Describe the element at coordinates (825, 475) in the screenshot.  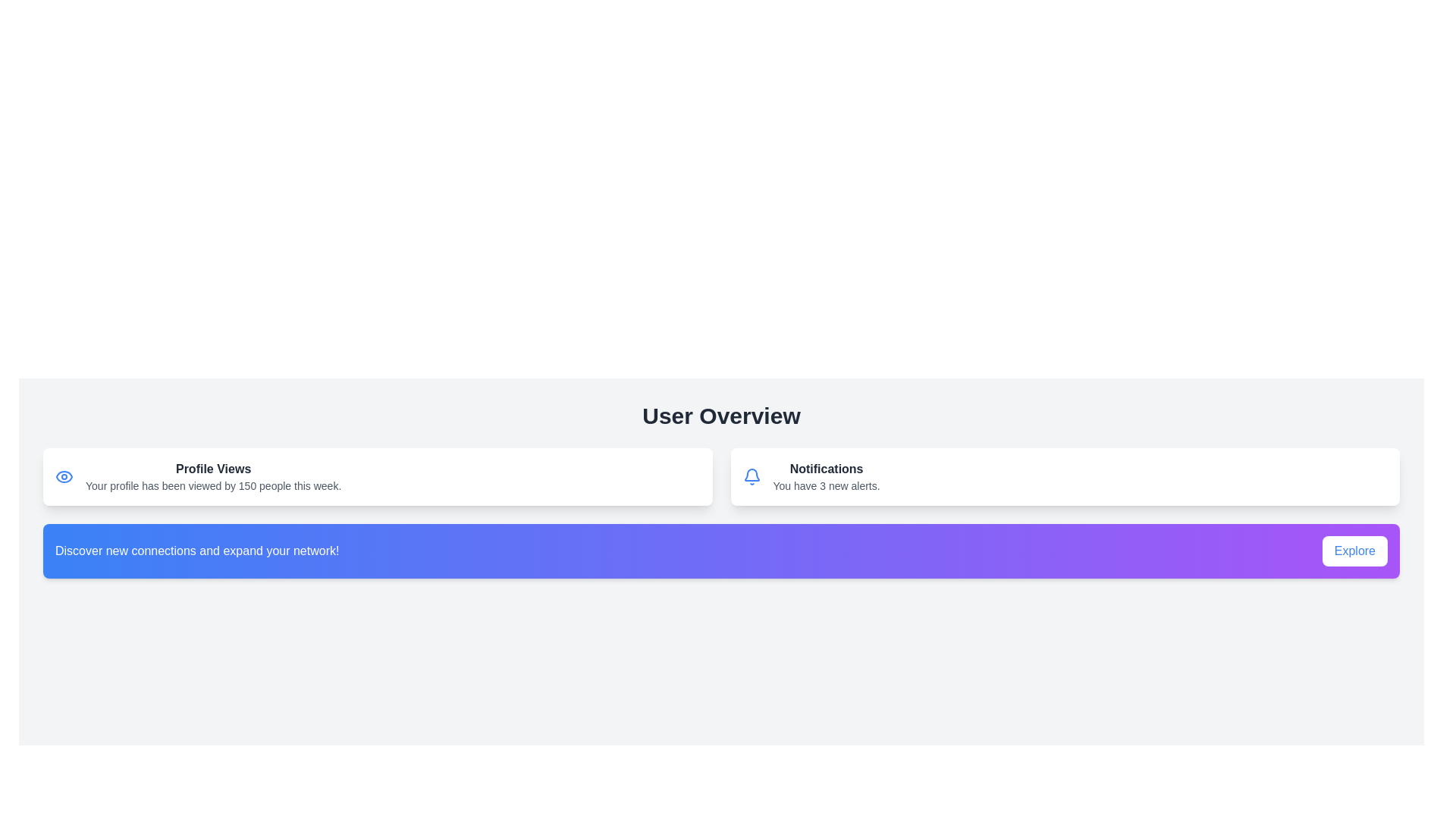
I see `notification content displayed in the text block titled 'Notifications' with the message 'You have 3 new alerts.'` at that location.